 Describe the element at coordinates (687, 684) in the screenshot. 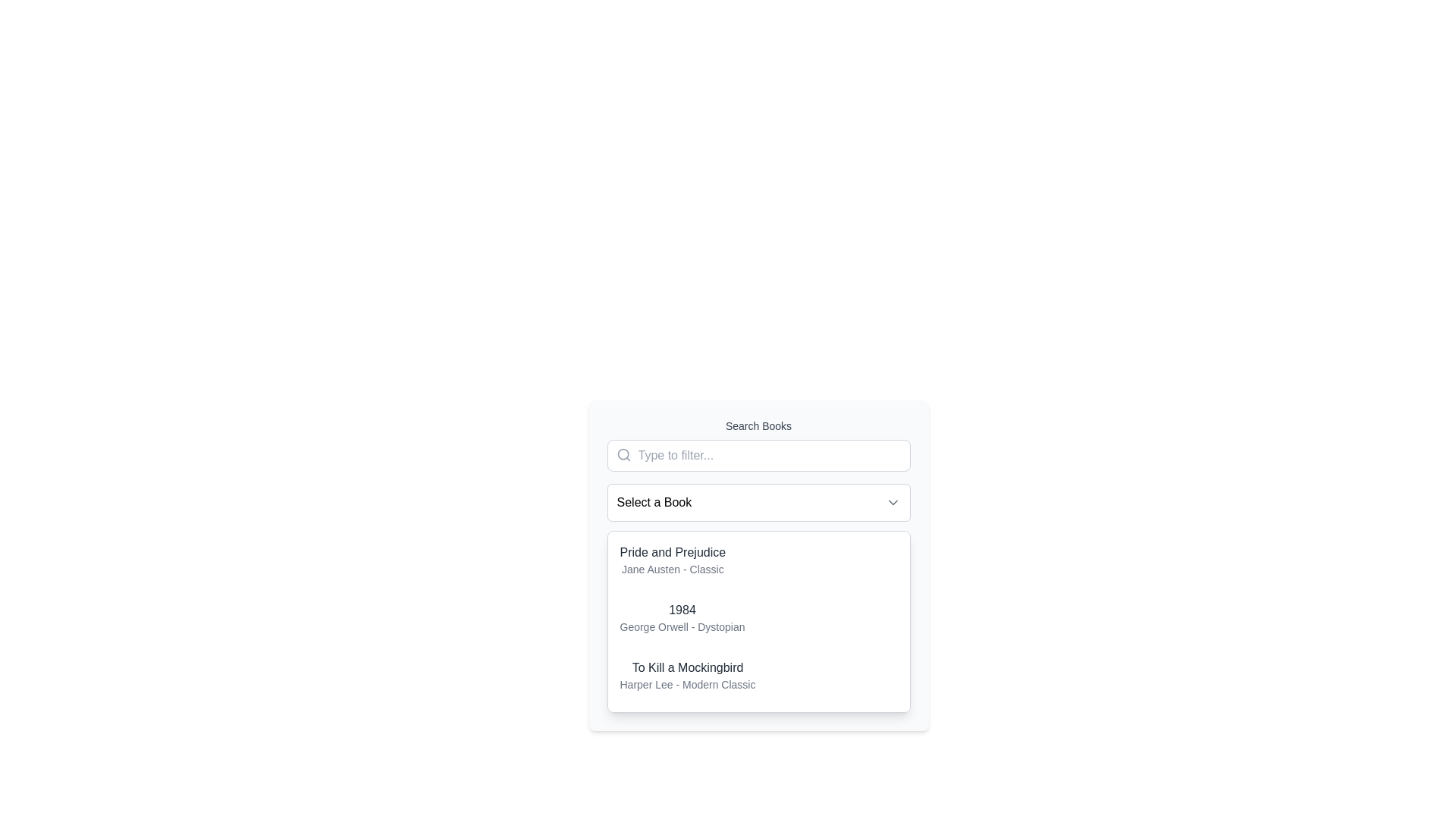

I see `text label that displays 'Harper Lee - Modern Classic', which is positioned below the title 'To Kill a Mockingbird' in the card element containing book information` at that location.